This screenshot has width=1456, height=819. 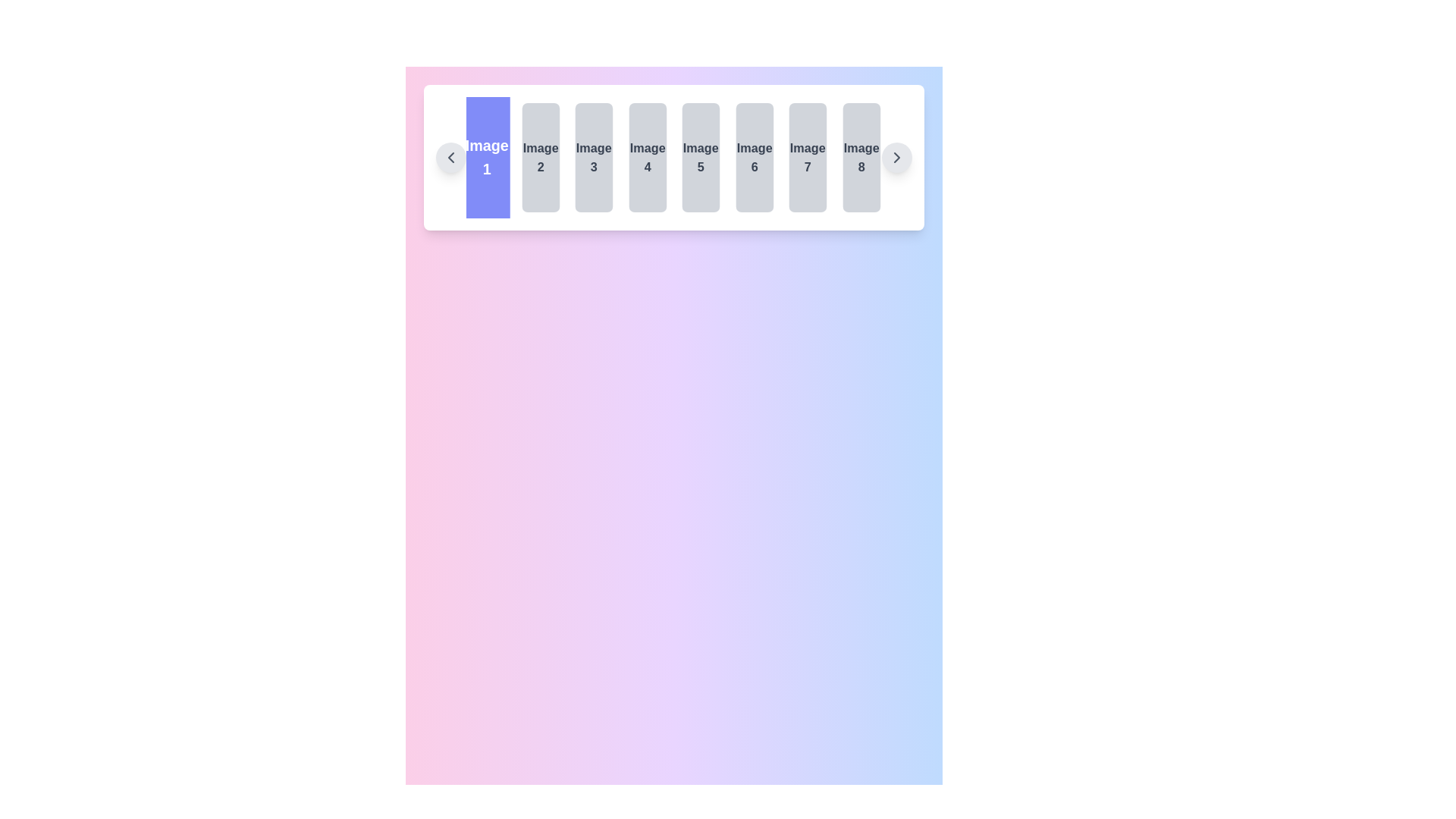 What do you see at coordinates (807, 158) in the screenshot?
I see `the non-interactive button labeled 'Image 7', which has a light gray background and is the seventh button from the left in a horizontal row` at bounding box center [807, 158].